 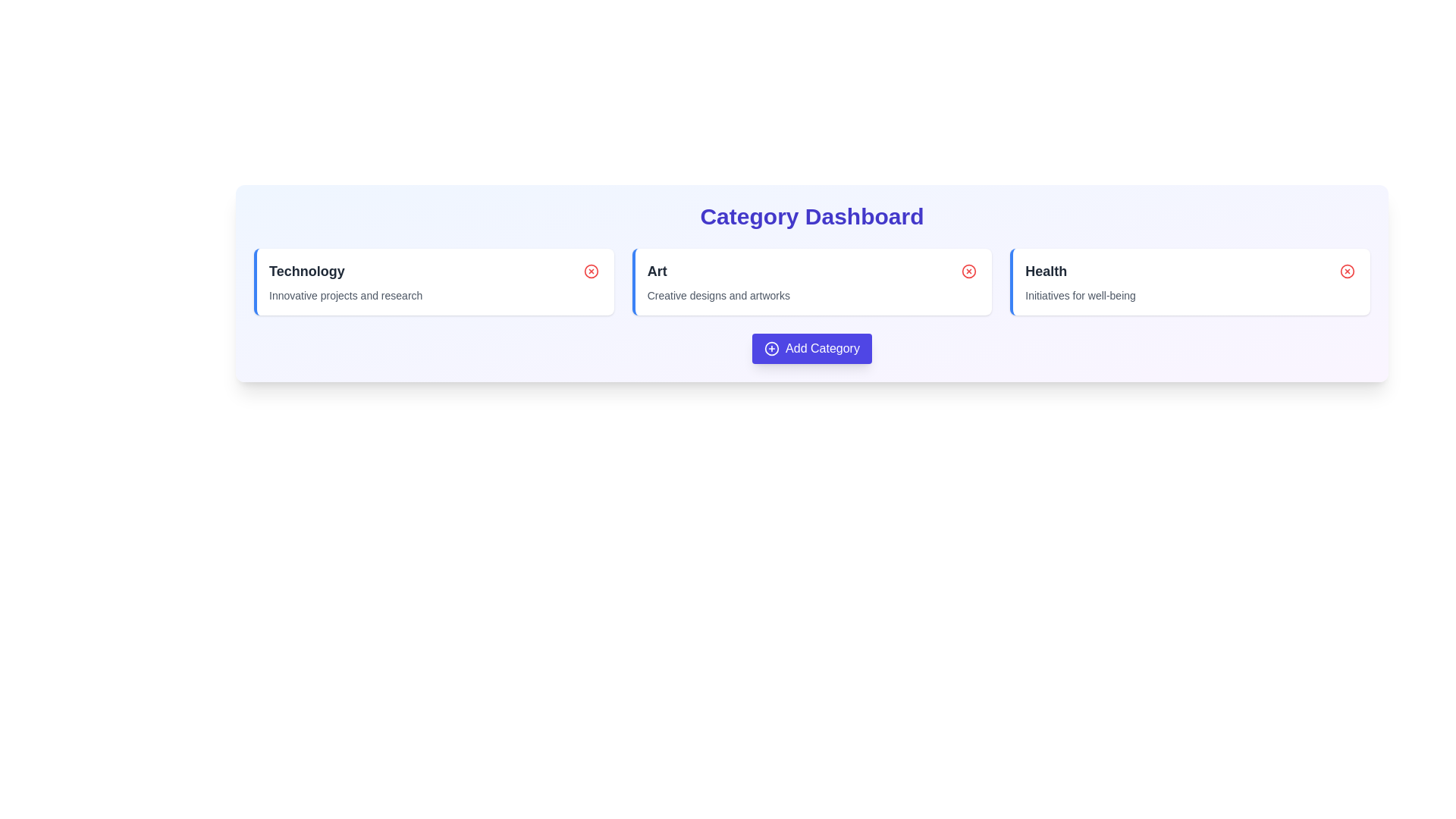 I want to click on title and description of the 'Art' category card, which is the second card in a row of three cards displayed within a grid layout, so click(x=811, y=281).